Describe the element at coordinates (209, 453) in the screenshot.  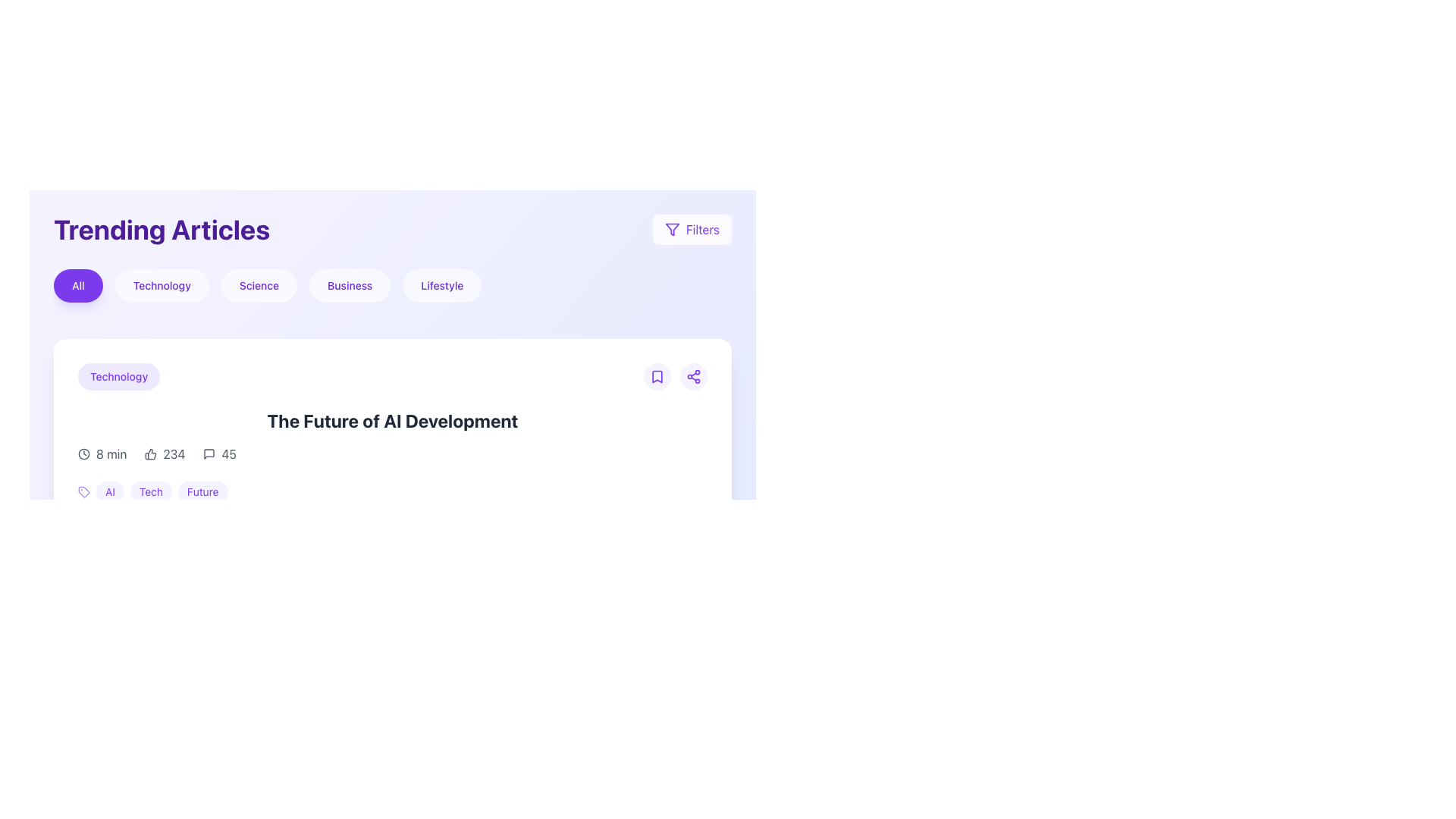
I see `the comment icon located at the bottom-left corner of the highlighted article section` at that location.